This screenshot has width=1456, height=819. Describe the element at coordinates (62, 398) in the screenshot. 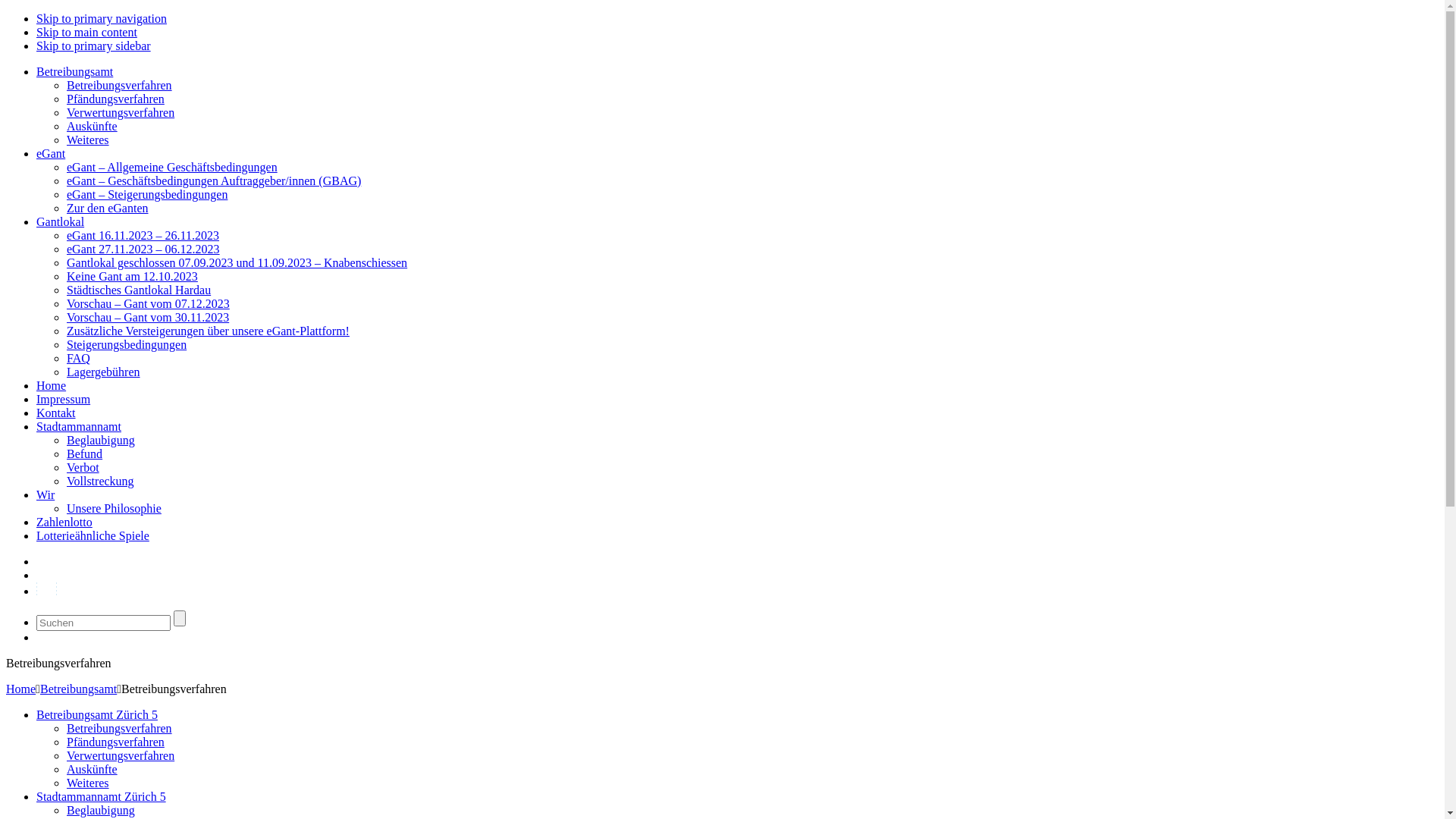

I see `'Impressum'` at that location.